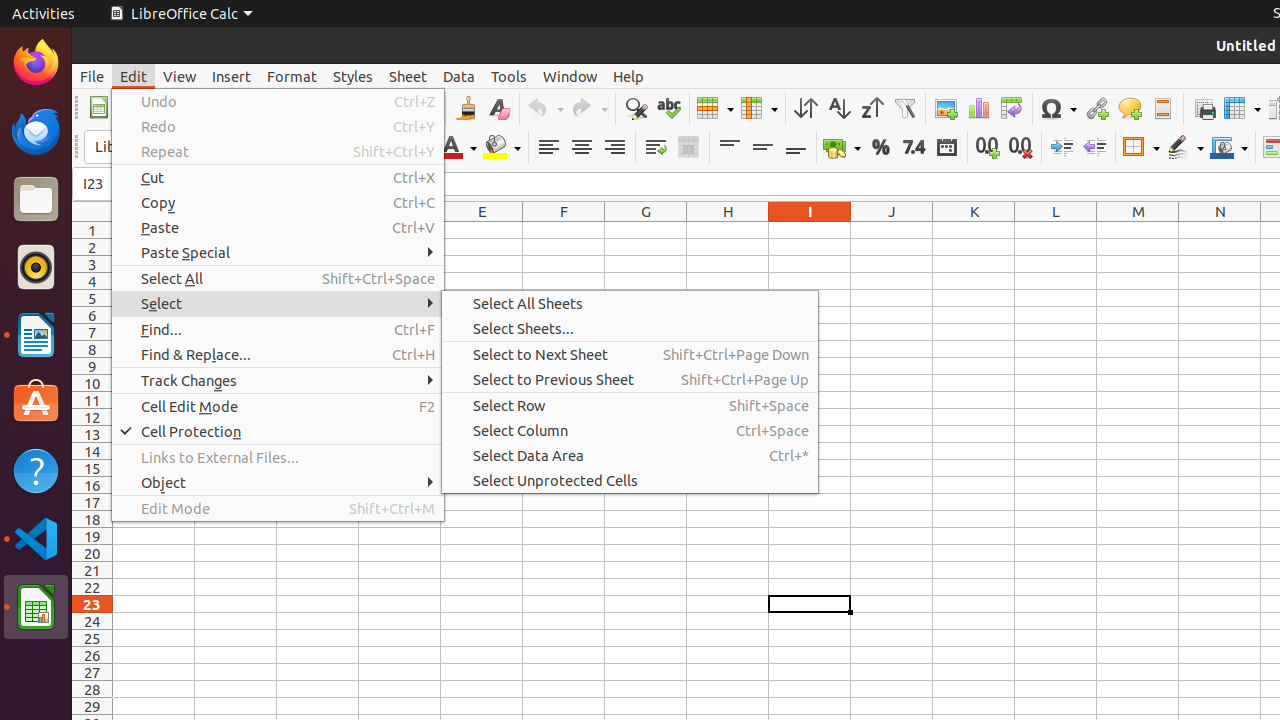 The width and height of the screenshot is (1280, 720). Describe the element at coordinates (1060, 146) in the screenshot. I see `'Increase'` at that location.